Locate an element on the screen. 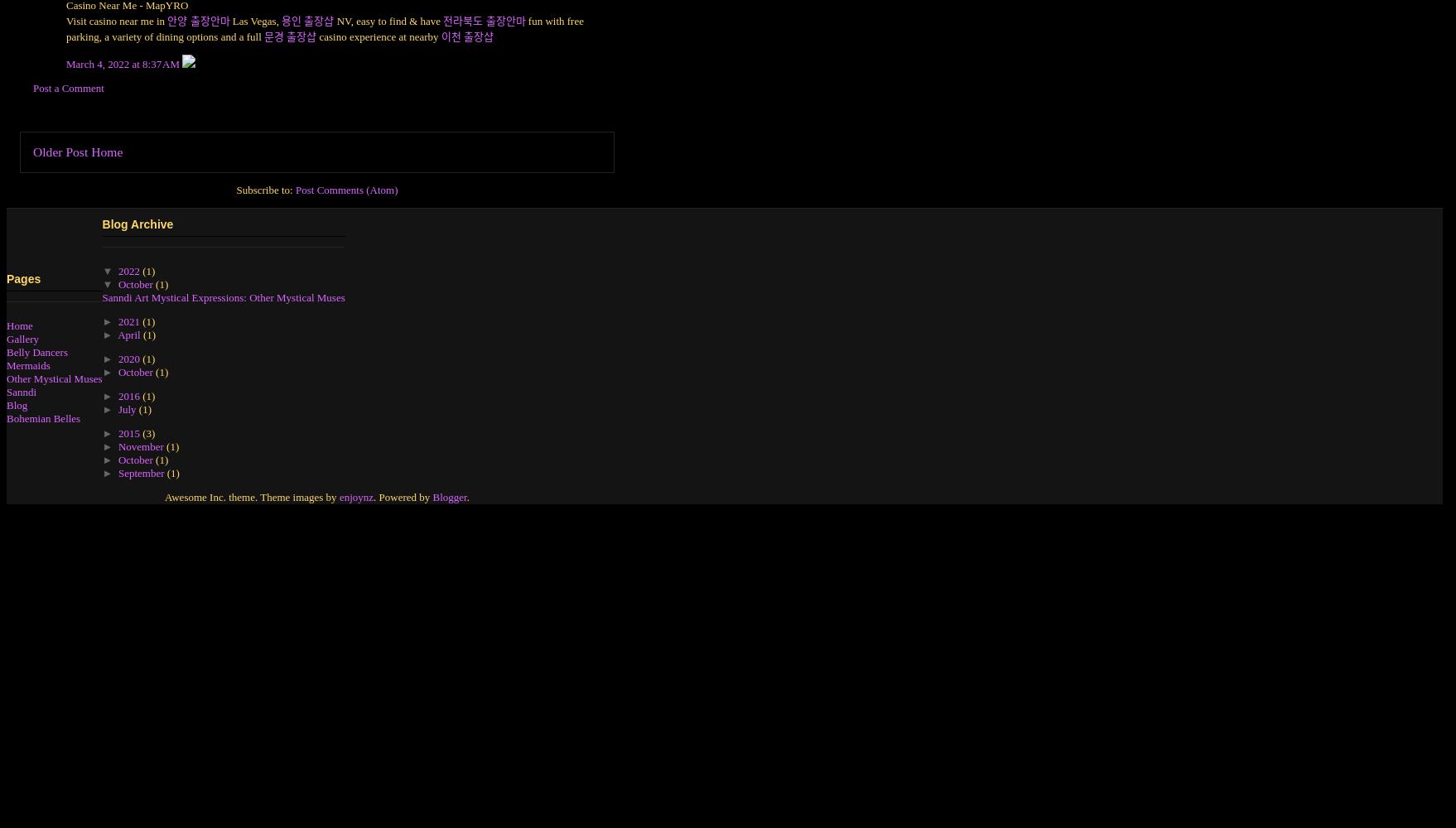 The width and height of the screenshot is (1456, 828). '2020' is located at coordinates (118, 358).